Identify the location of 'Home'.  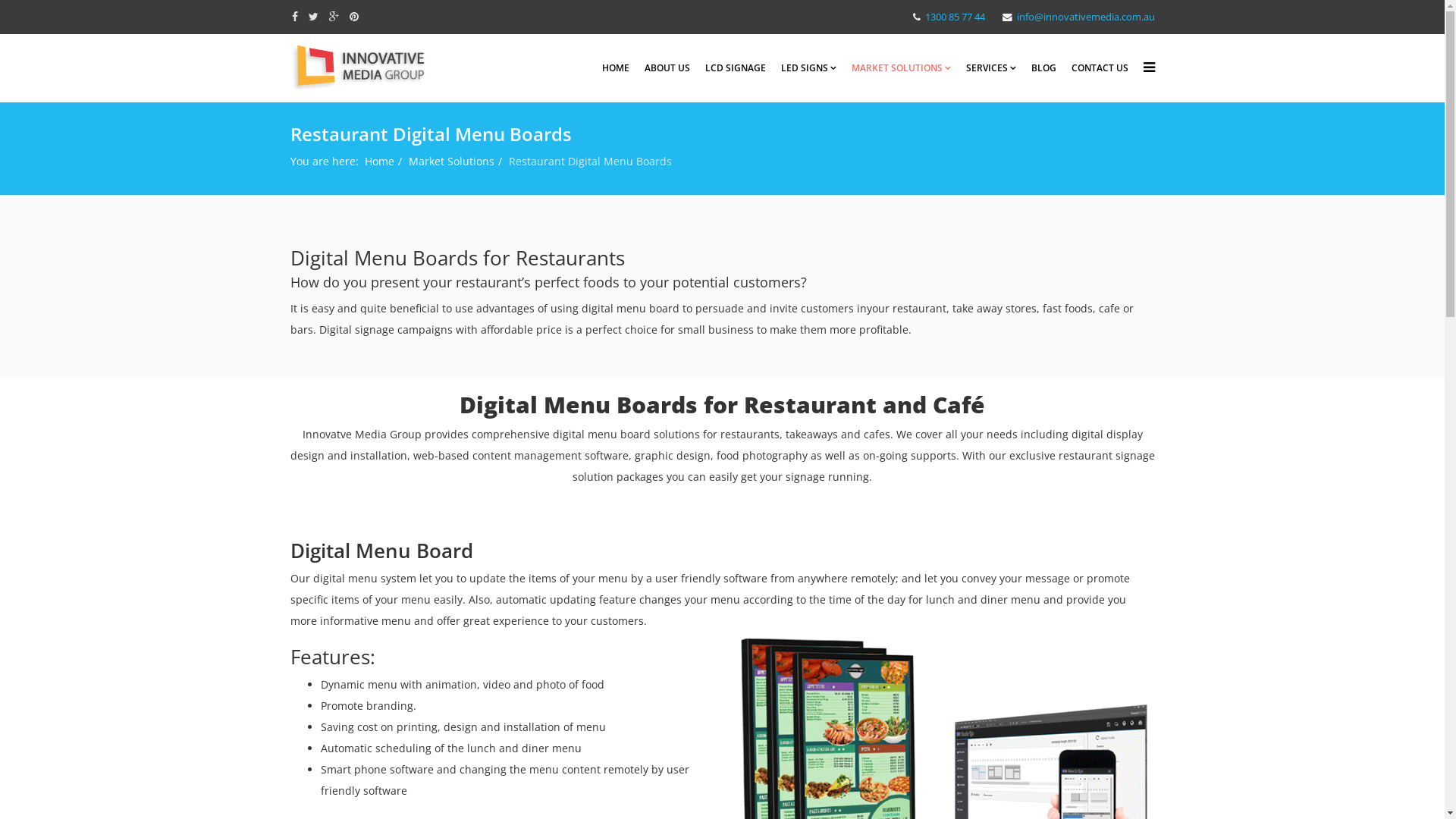
(378, 161).